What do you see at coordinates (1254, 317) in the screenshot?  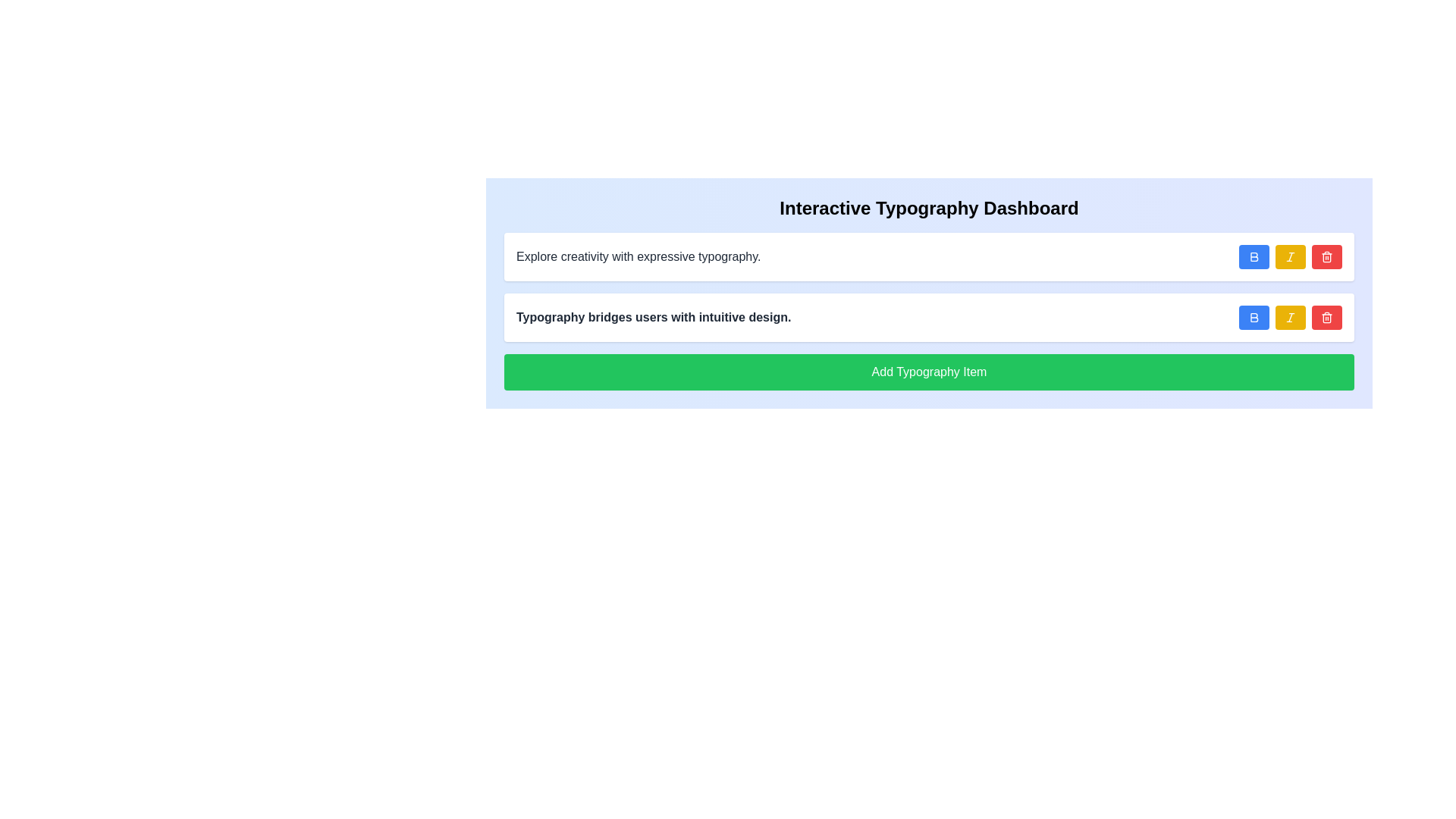 I see `the blue icon button with a white letter 'B' centered inside to apply bold formatting` at bounding box center [1254, 317].